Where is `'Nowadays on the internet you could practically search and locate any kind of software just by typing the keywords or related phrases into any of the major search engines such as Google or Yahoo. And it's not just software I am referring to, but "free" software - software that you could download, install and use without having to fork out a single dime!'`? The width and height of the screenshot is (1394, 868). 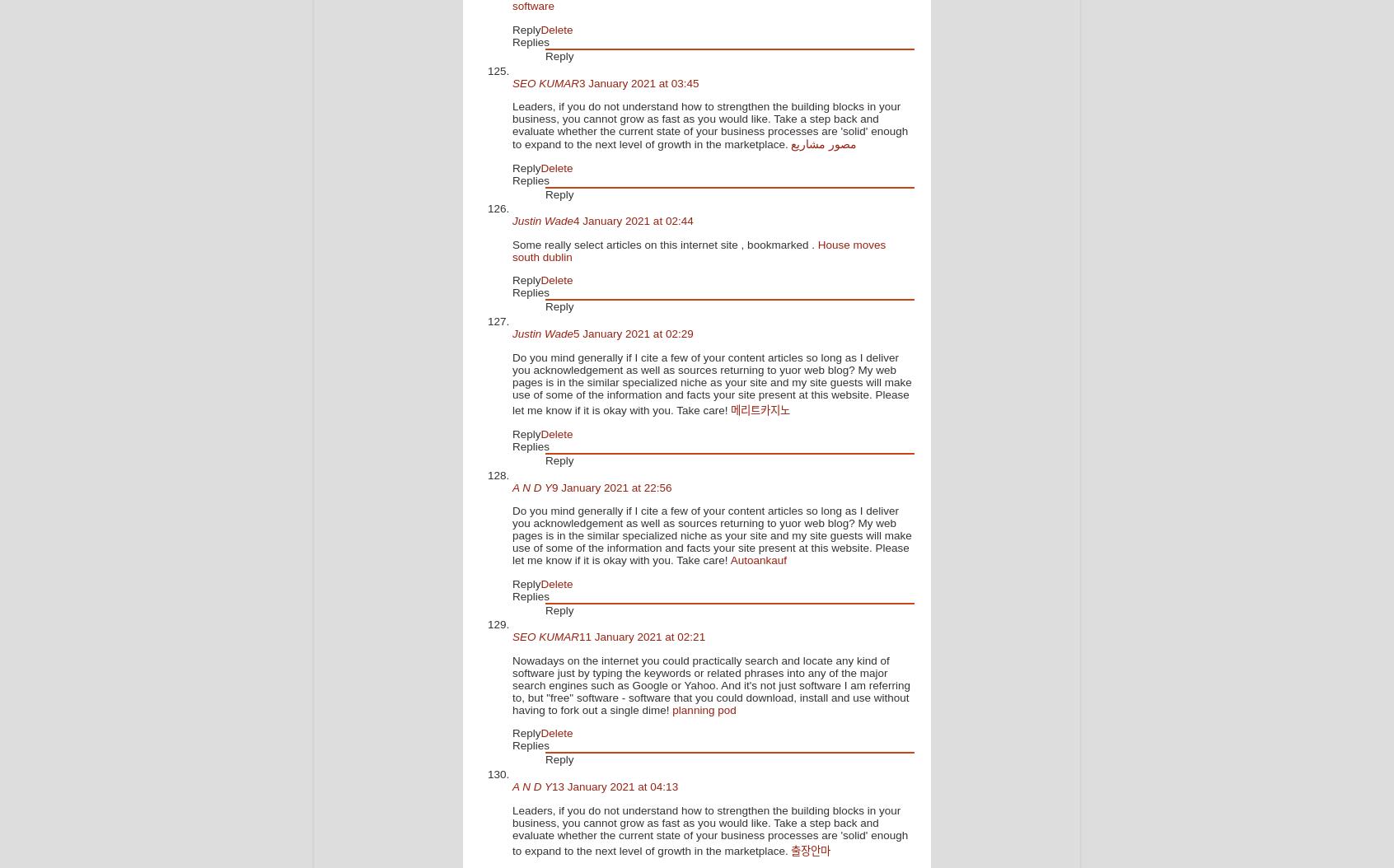
'Nowadays on the internet you could practically search and locate any kind of software just by typing the keywords or related phrases into any of the major search engines such as Google or Yahoo. And it's not just software I am referring to, but "free" software - software that you could download, install and use without having to fork out a single dime!' is located at coordinates (710, 684).